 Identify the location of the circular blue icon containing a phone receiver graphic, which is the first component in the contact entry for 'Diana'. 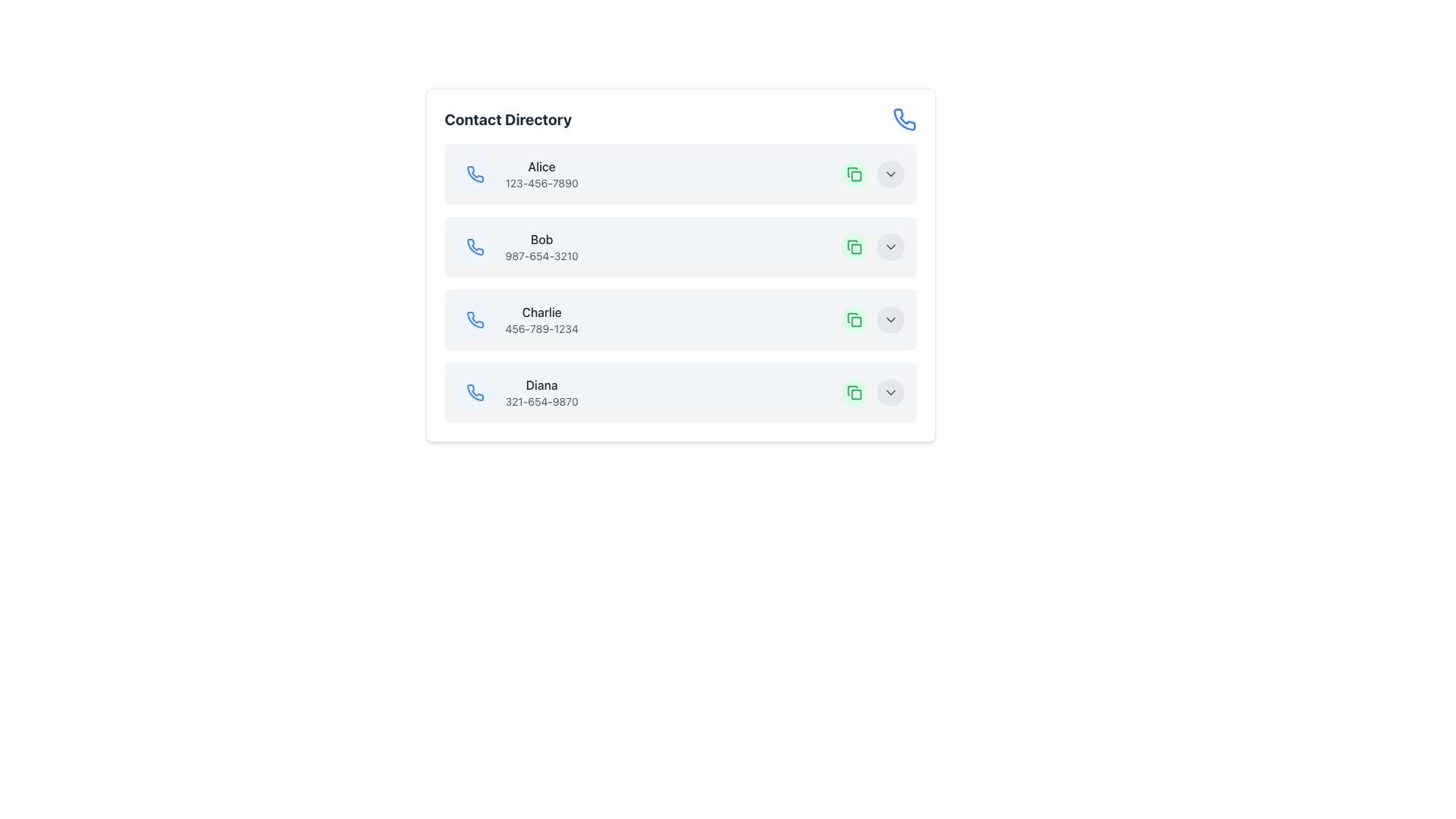
(474, 391).